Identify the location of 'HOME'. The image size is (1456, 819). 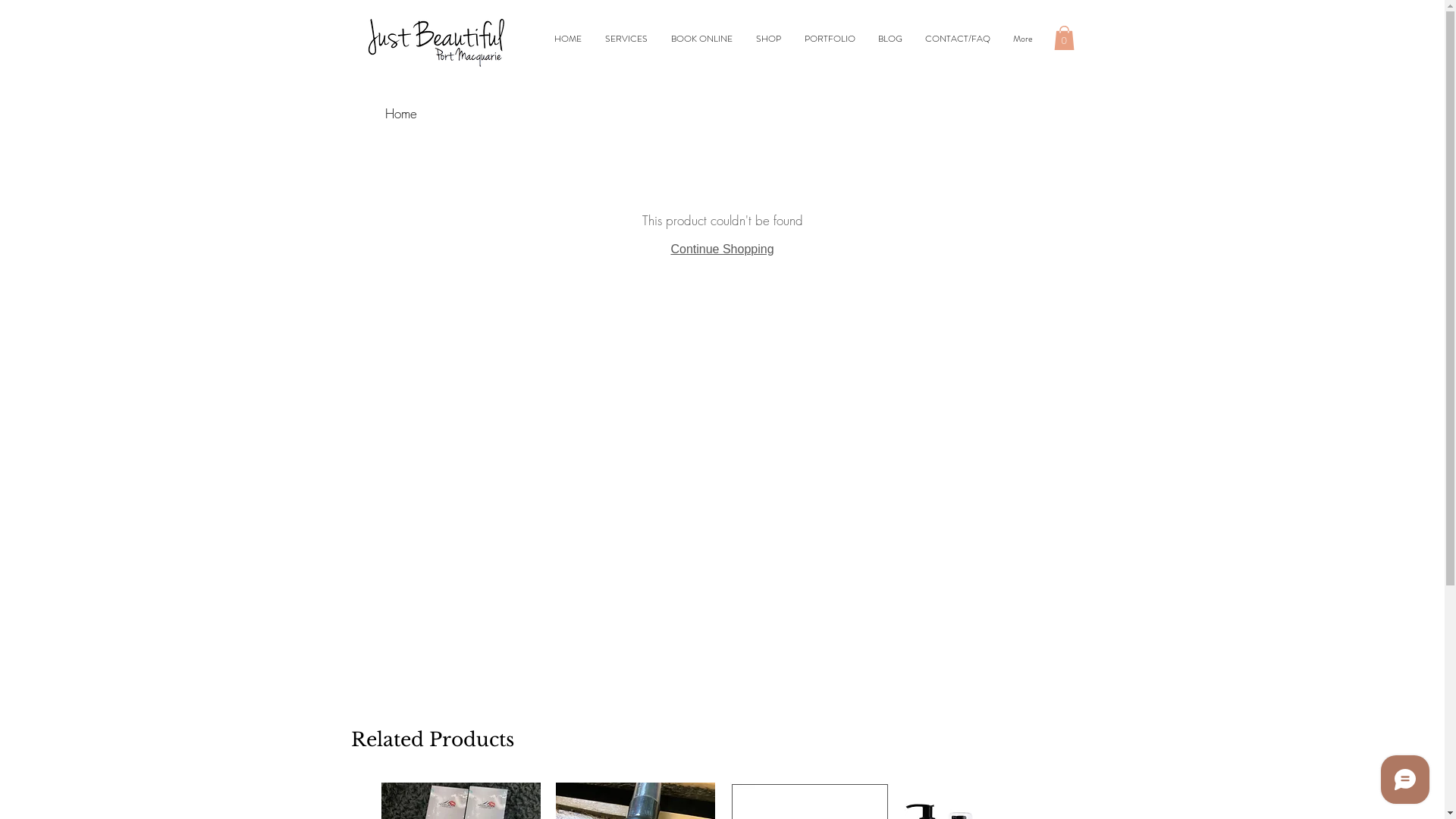
(567, 37).